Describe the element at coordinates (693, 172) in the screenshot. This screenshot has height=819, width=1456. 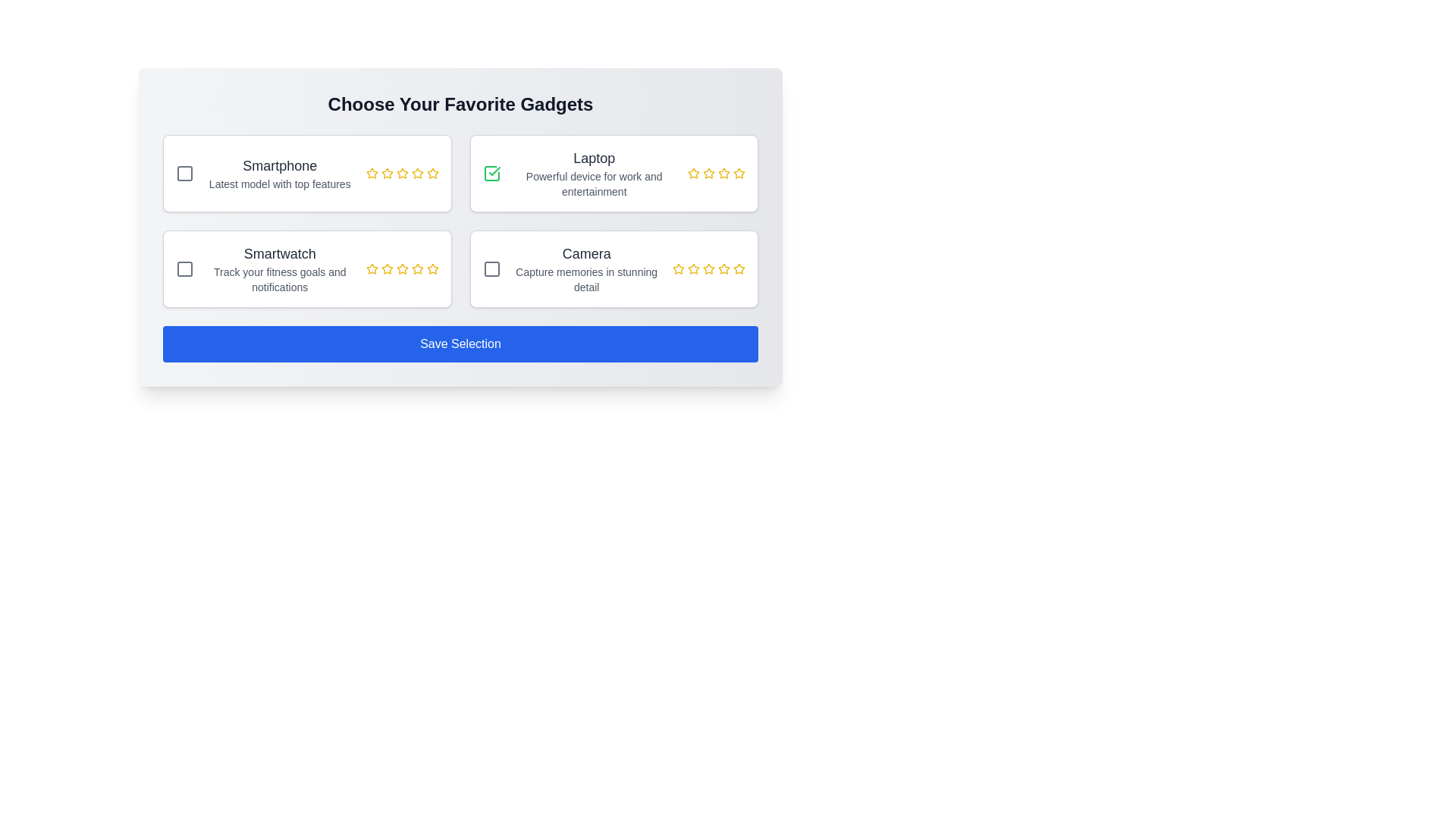
I see `the second star icon from the left in the 5-star rating system for the 'Laptop' section` at that location.